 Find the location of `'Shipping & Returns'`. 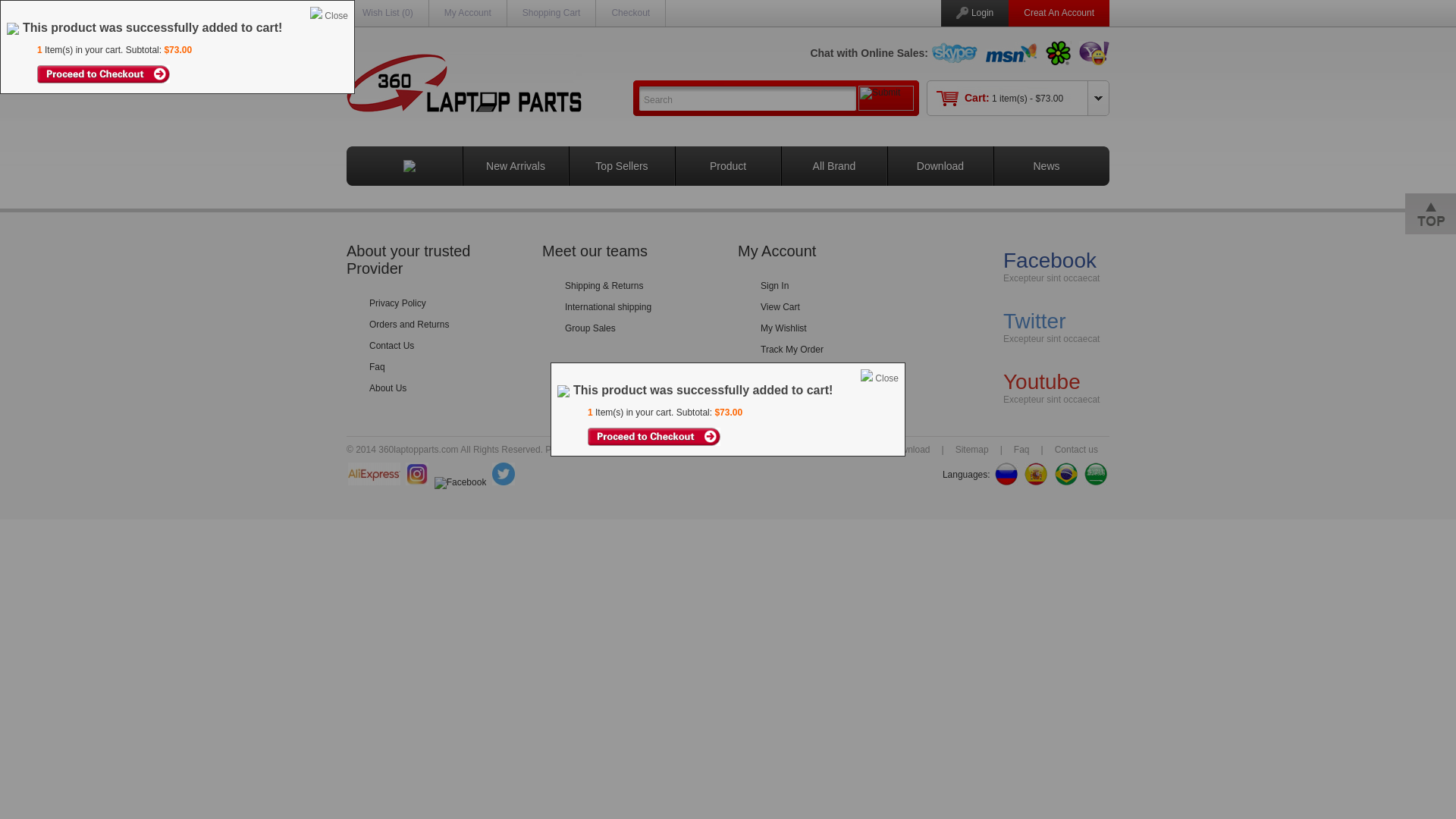

'Shipping & Returns' is located at coordinates (603, 286).